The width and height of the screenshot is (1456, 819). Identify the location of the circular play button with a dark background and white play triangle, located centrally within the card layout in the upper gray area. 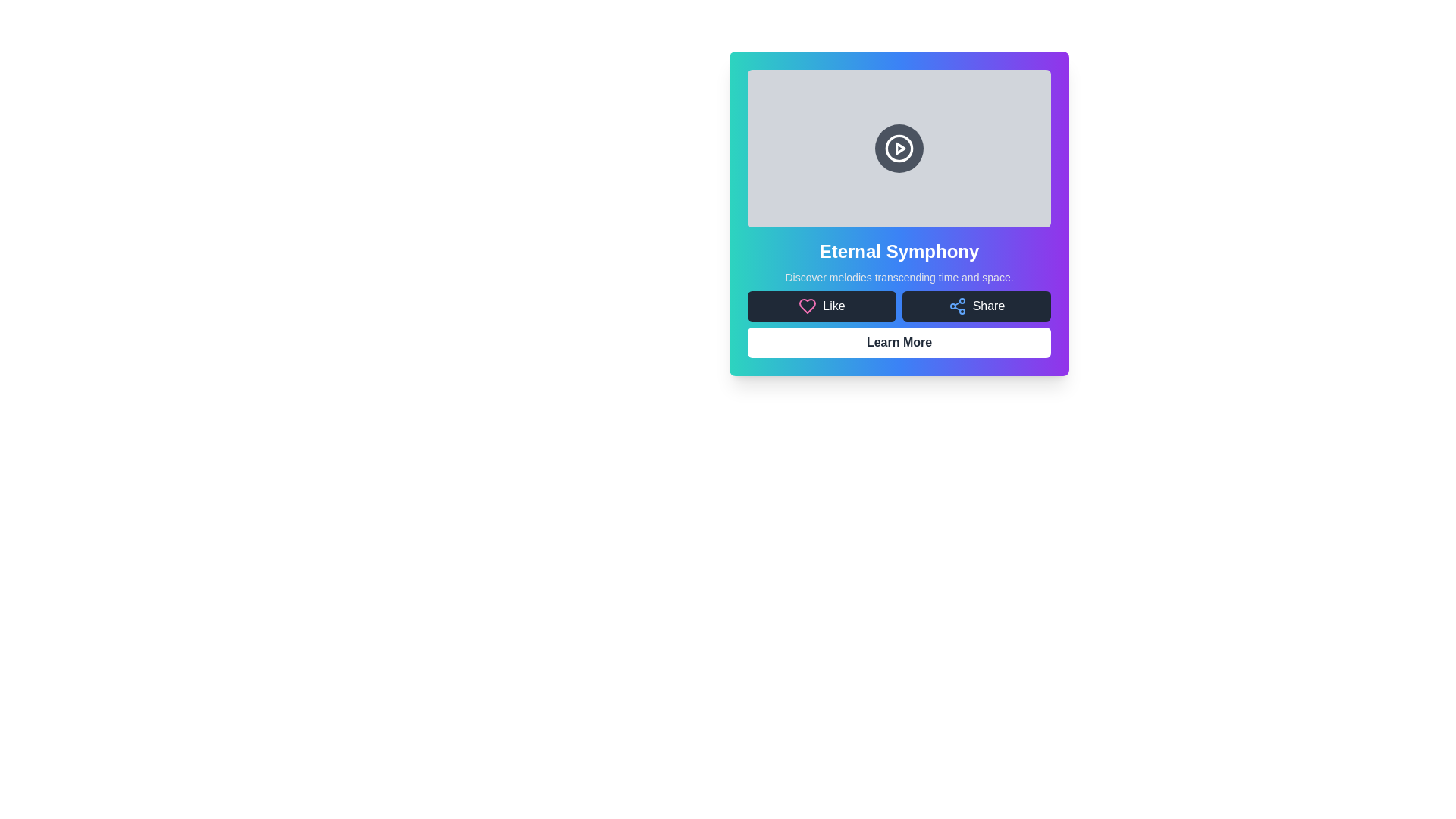
(899, 149).